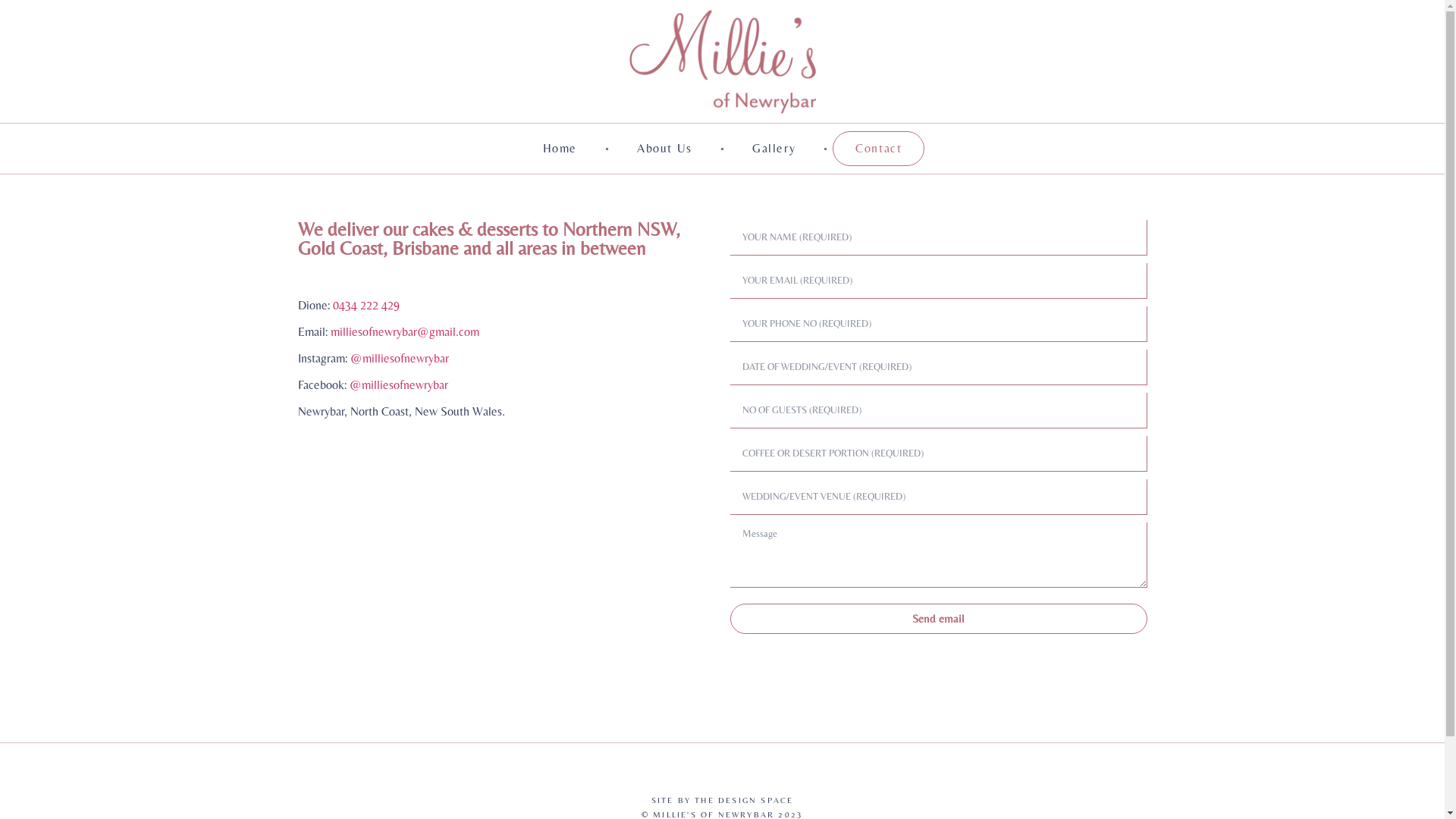 This screenshot has height=819, width=1456. Describe the element at coordinates (937, 619) in the screenshot. I see `'Send email'` at that location.